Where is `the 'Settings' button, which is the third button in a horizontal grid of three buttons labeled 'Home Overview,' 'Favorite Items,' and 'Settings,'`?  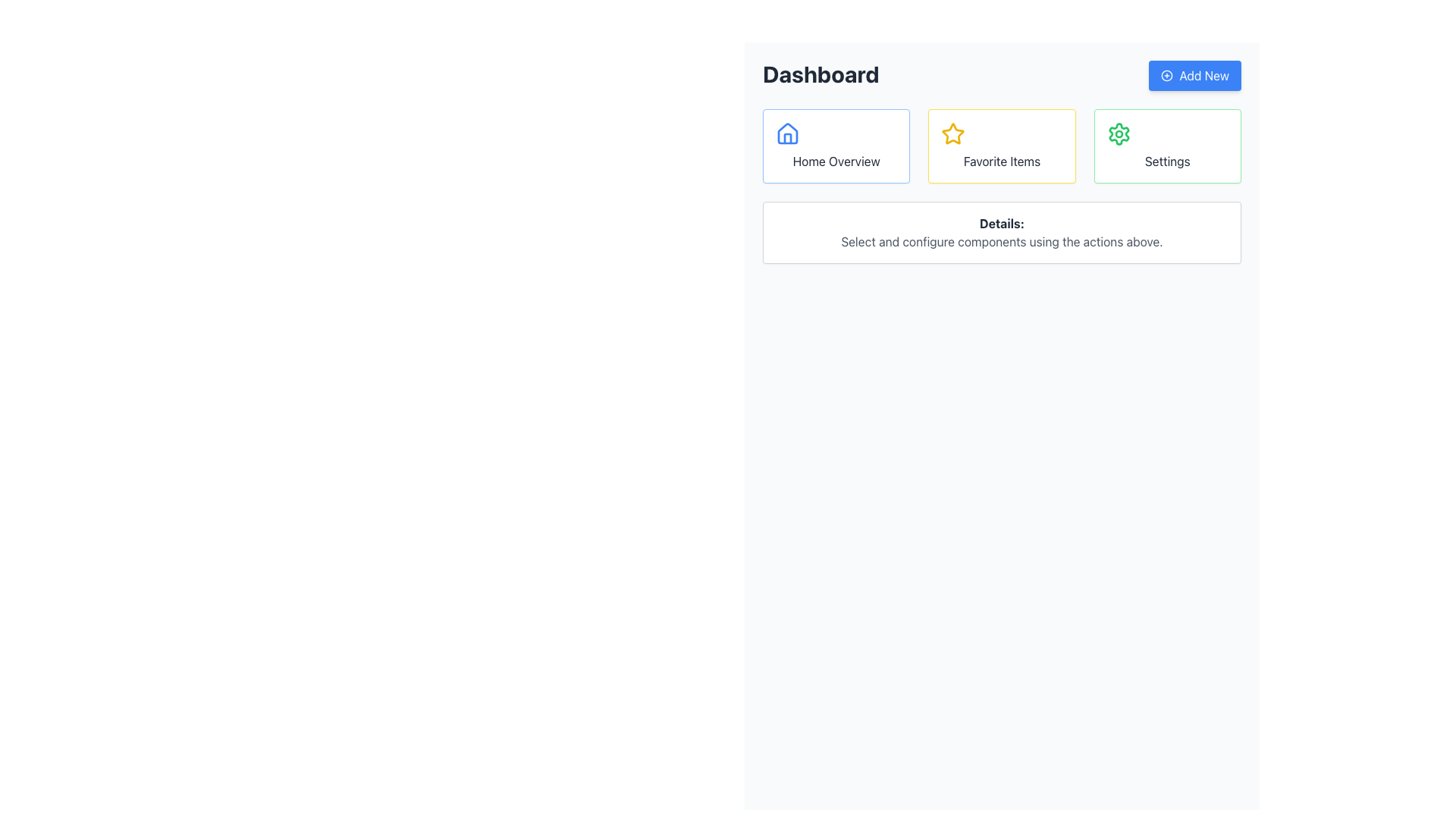 the 'Settings' button, which is the third button in a horizontal grid of three buttons labeled 'Home Overview,' 'Favorite Items,' and 'Settings,' is located at coordinates (1166, 146).